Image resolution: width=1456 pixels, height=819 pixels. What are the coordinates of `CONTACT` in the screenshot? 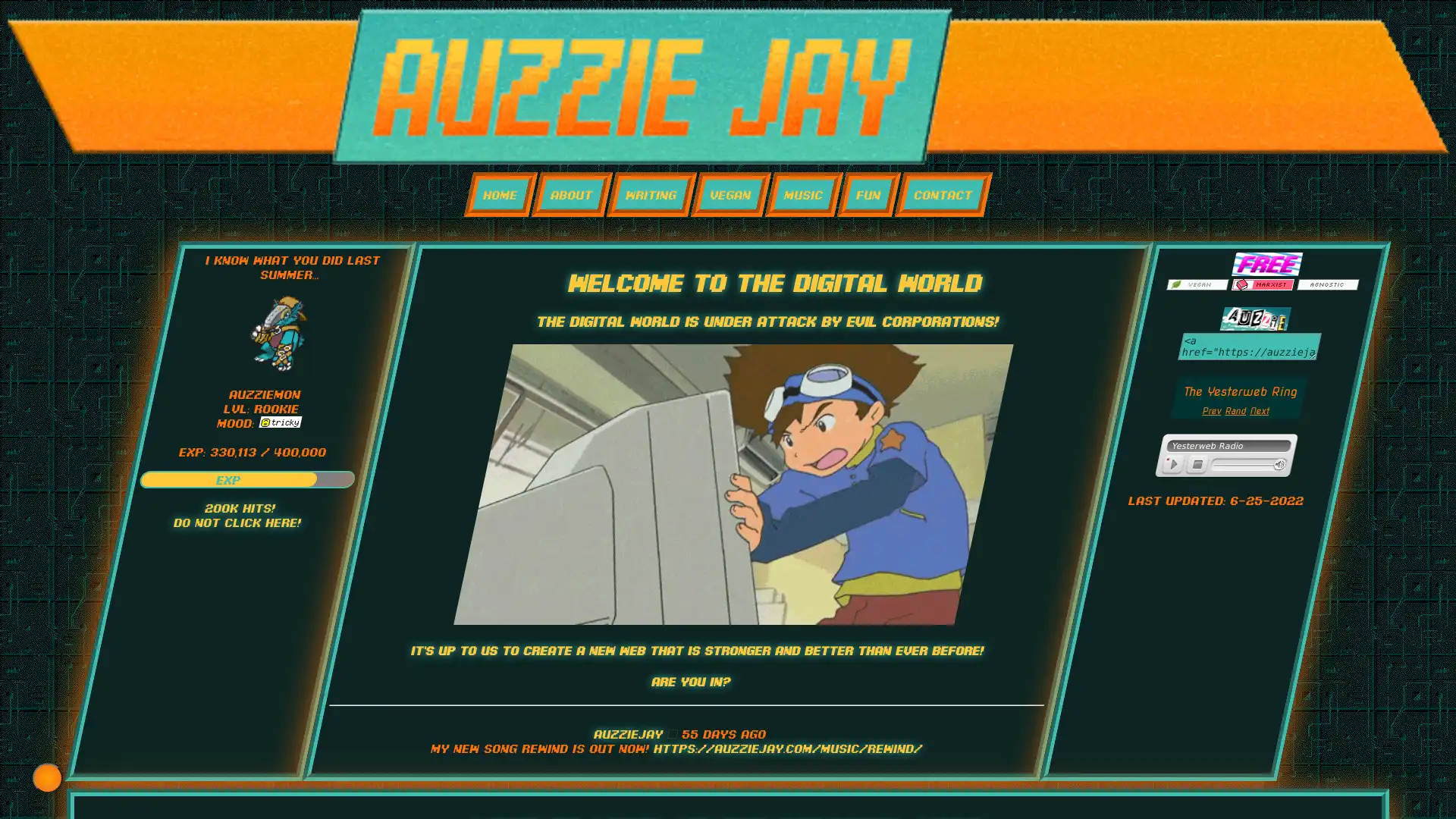 It's located at (942, 193).